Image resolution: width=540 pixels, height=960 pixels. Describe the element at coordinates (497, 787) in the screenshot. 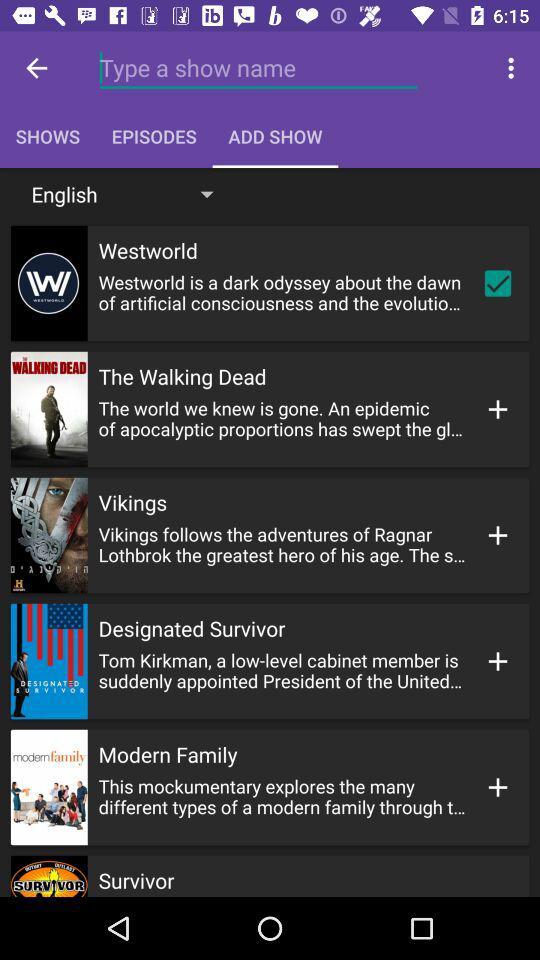

I see `the last  symbol from the top places at the bottom right corner of the page` at that location.